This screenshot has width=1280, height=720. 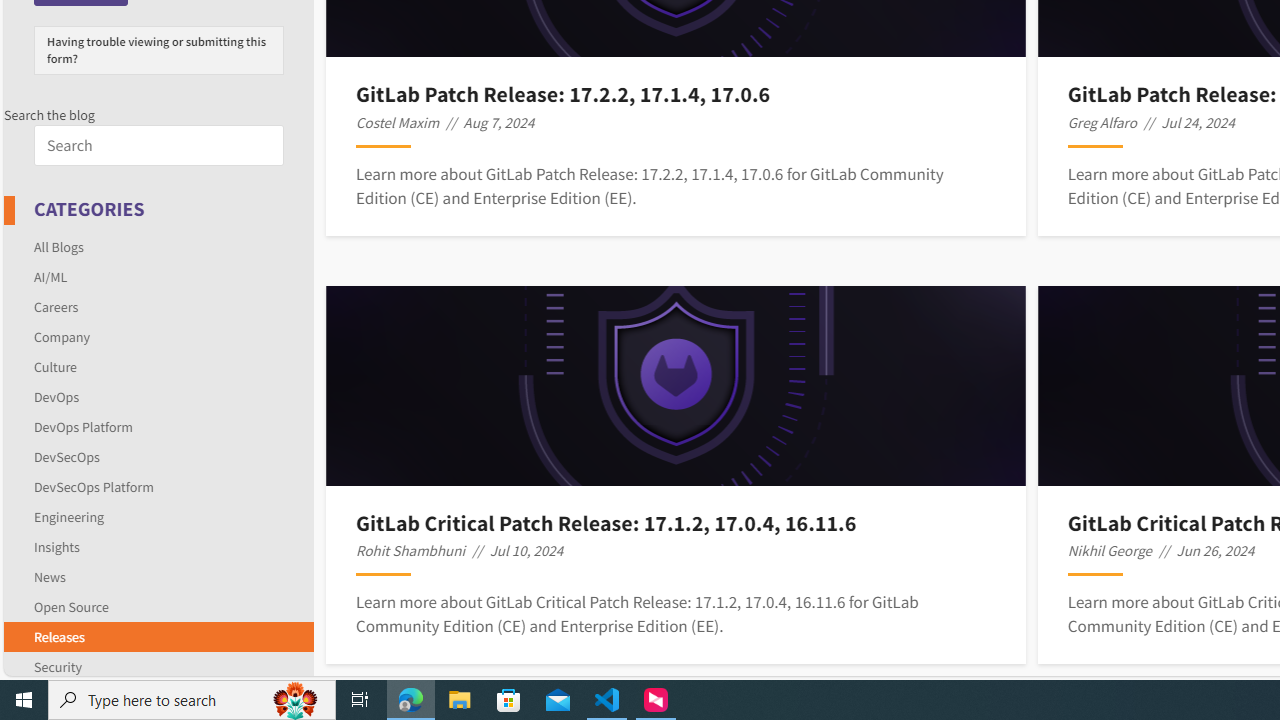 What do you see at coordinates (676, 385) in the screenshot?
I see `'Post Image'` at bounding box center [676, 385].